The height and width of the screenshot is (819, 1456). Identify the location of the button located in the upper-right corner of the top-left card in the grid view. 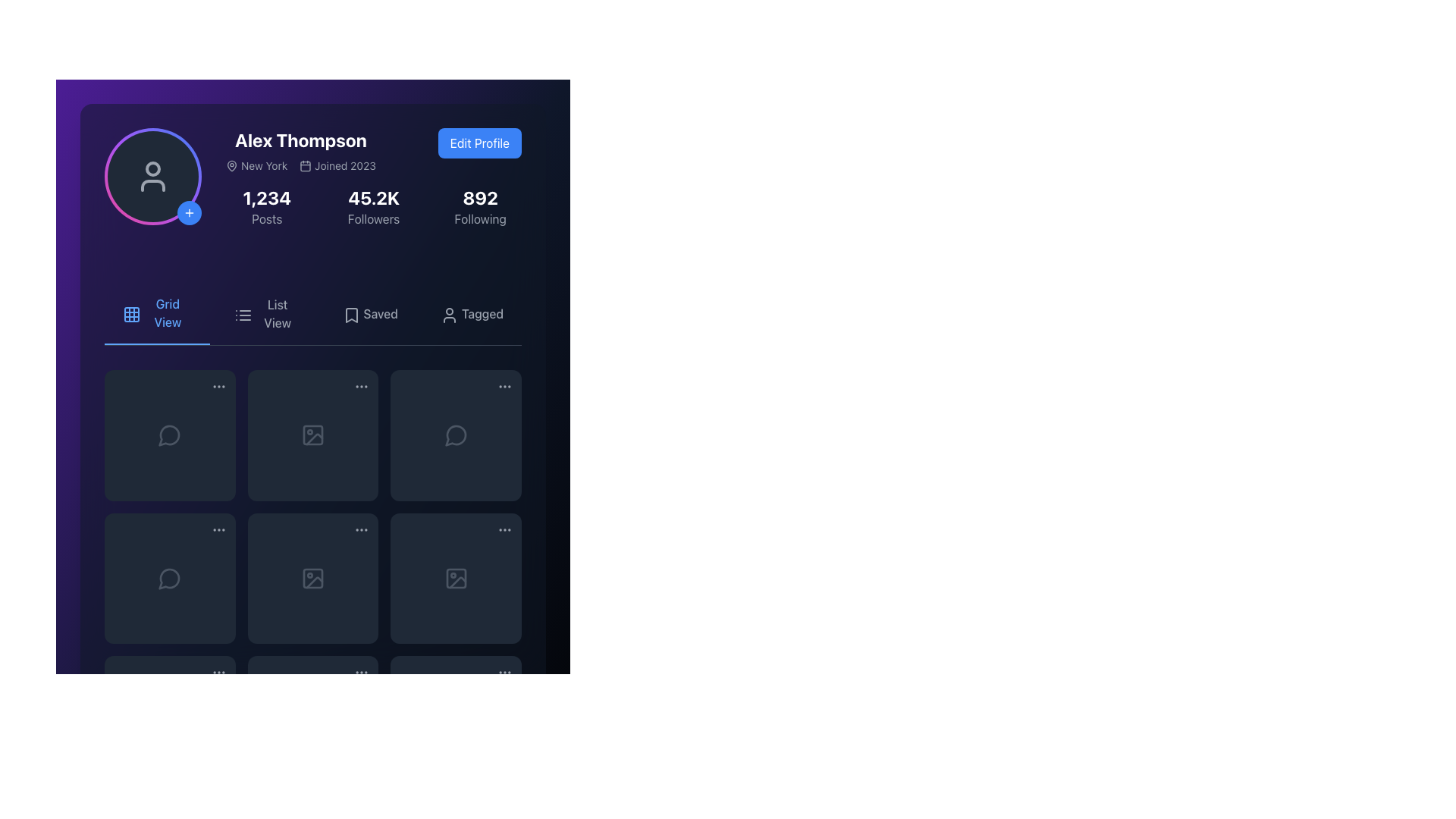
(218, 385).